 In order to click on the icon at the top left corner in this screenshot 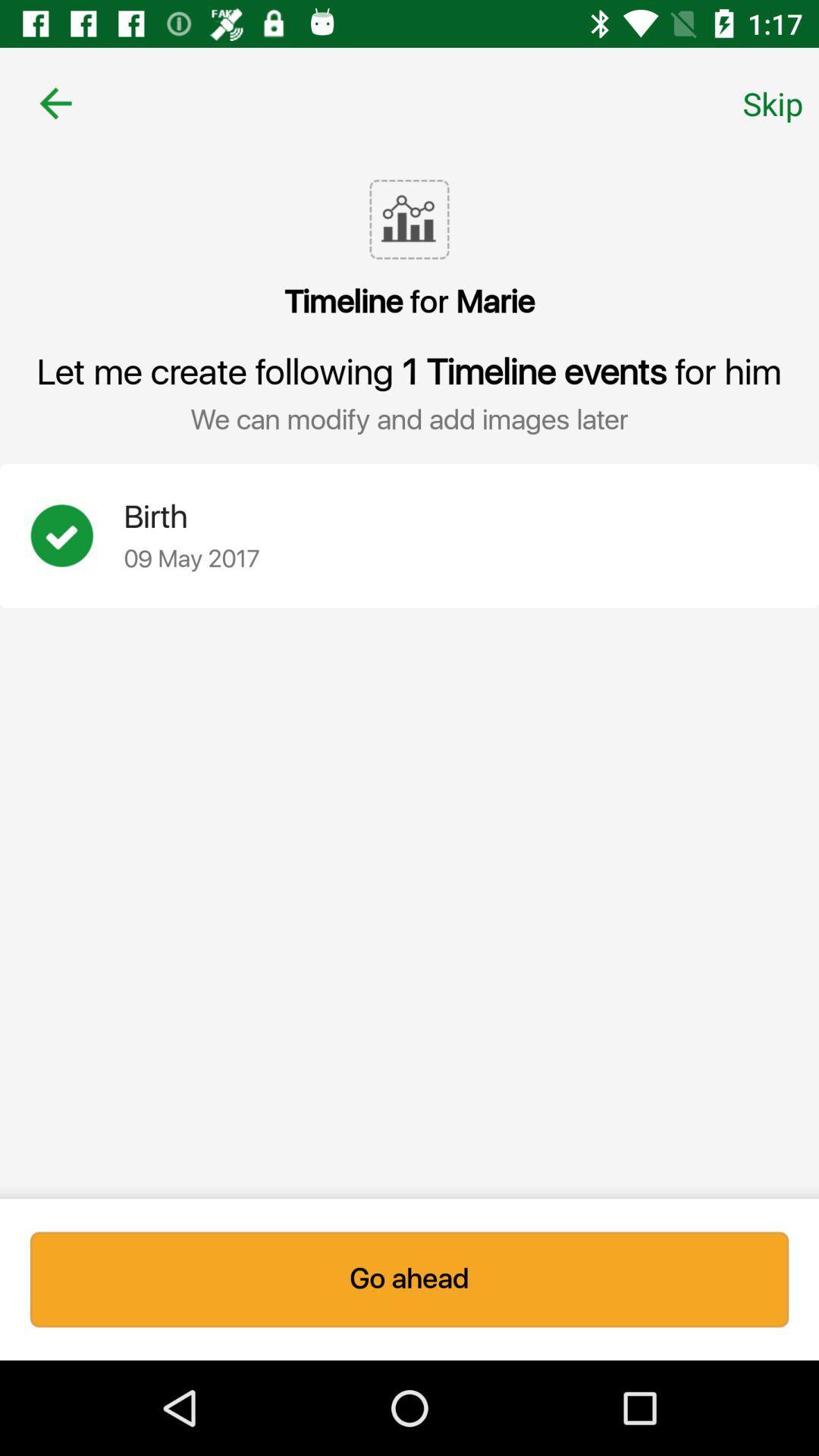, I will do `click(55, 102)`.